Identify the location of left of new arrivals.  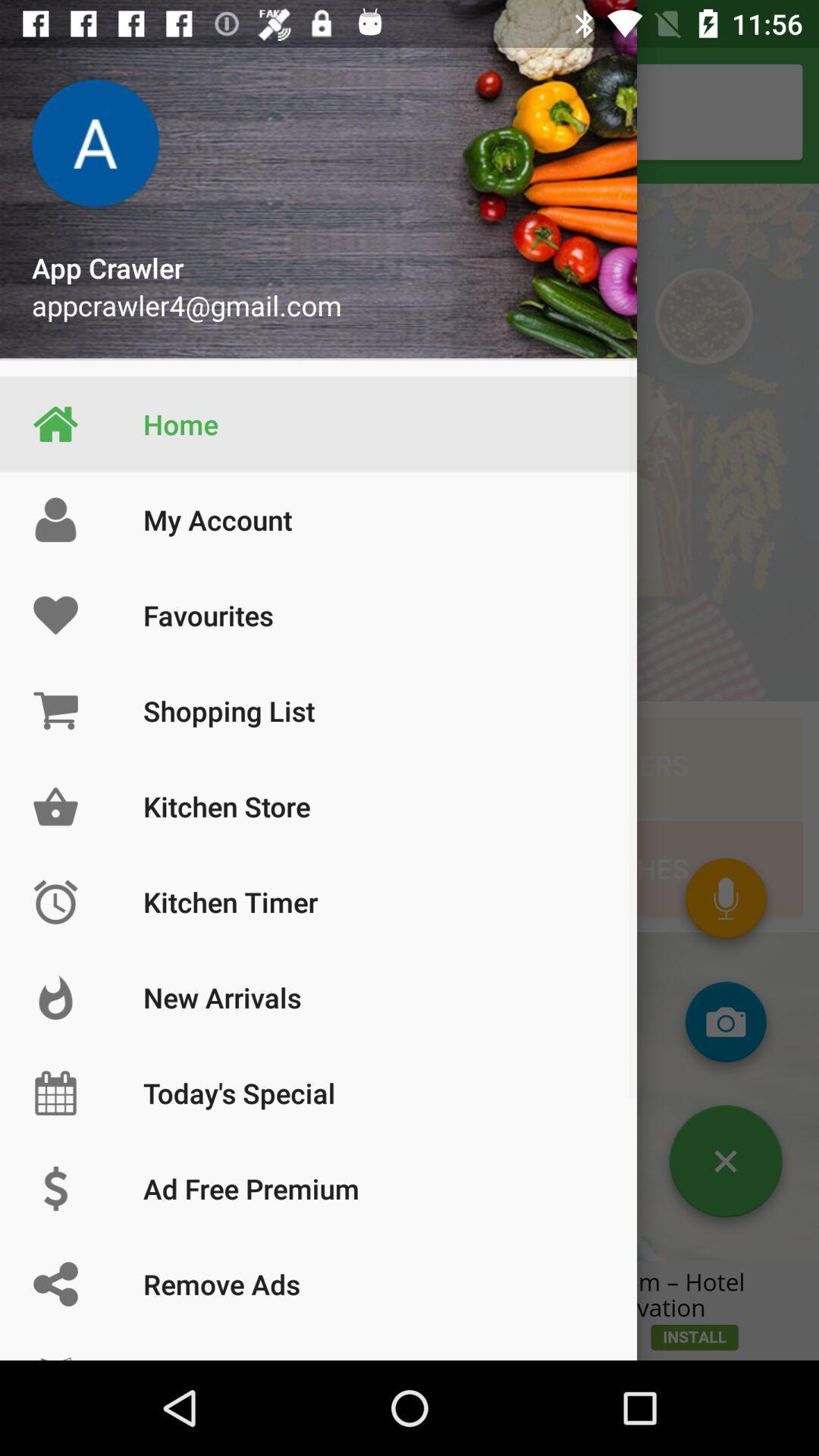
(55, 997).